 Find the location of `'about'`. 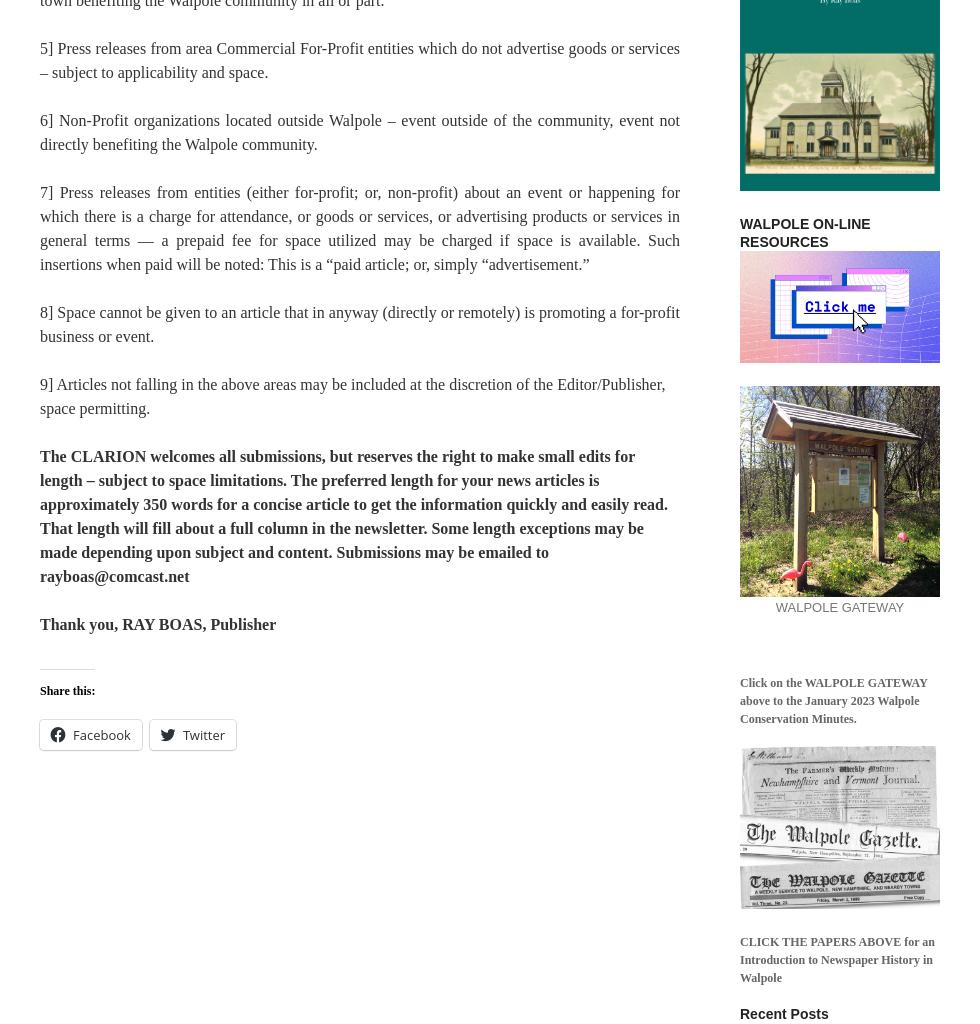

'about' is located at coordinates (194, 528).